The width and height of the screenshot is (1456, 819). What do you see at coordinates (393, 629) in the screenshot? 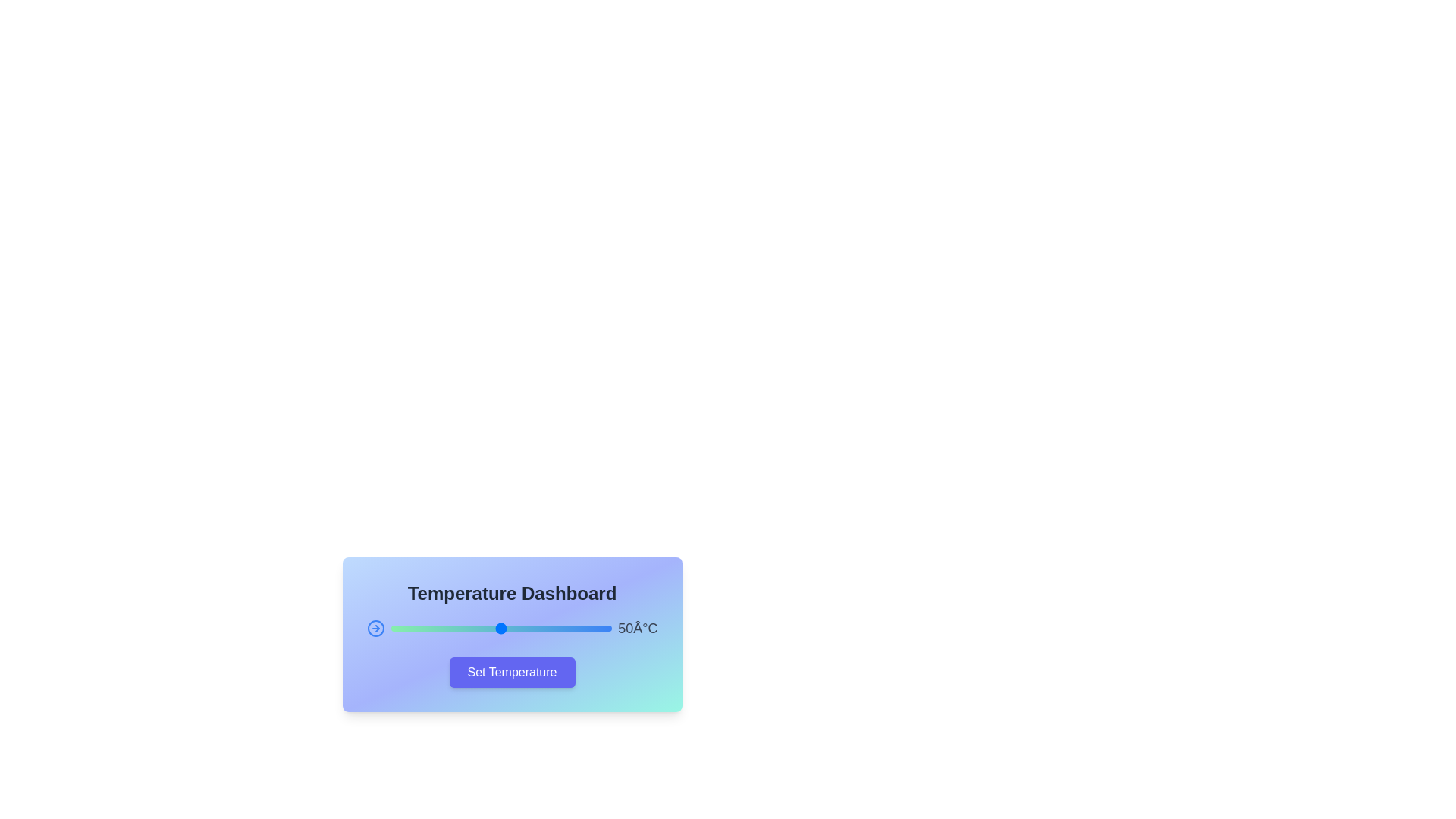
I see `the slider to set the temperature to 1°C` at bounding box center [393, 629].